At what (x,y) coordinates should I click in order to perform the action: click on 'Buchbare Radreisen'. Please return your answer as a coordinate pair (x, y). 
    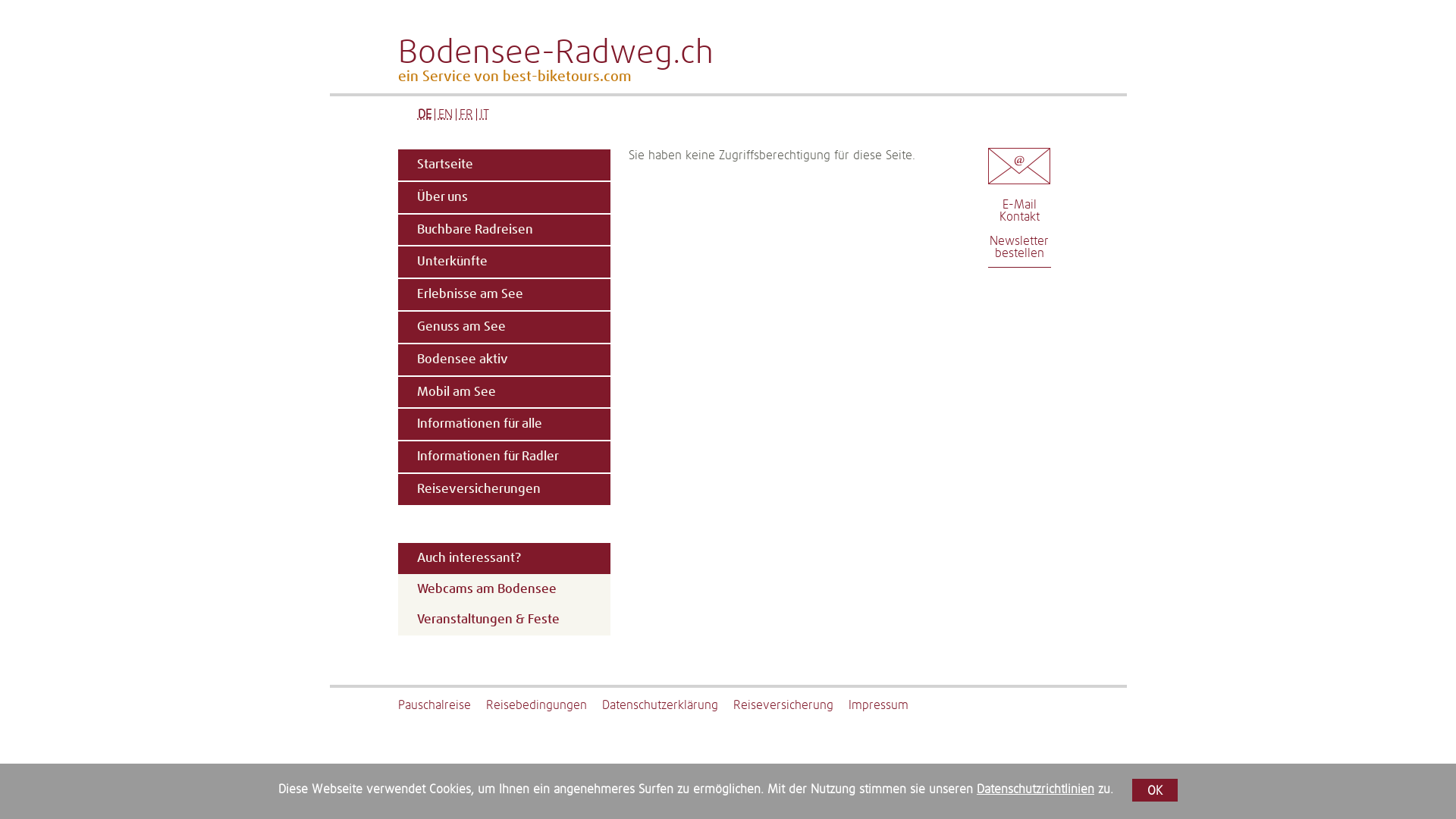
    Looking at the image, I should click on (502, 230).